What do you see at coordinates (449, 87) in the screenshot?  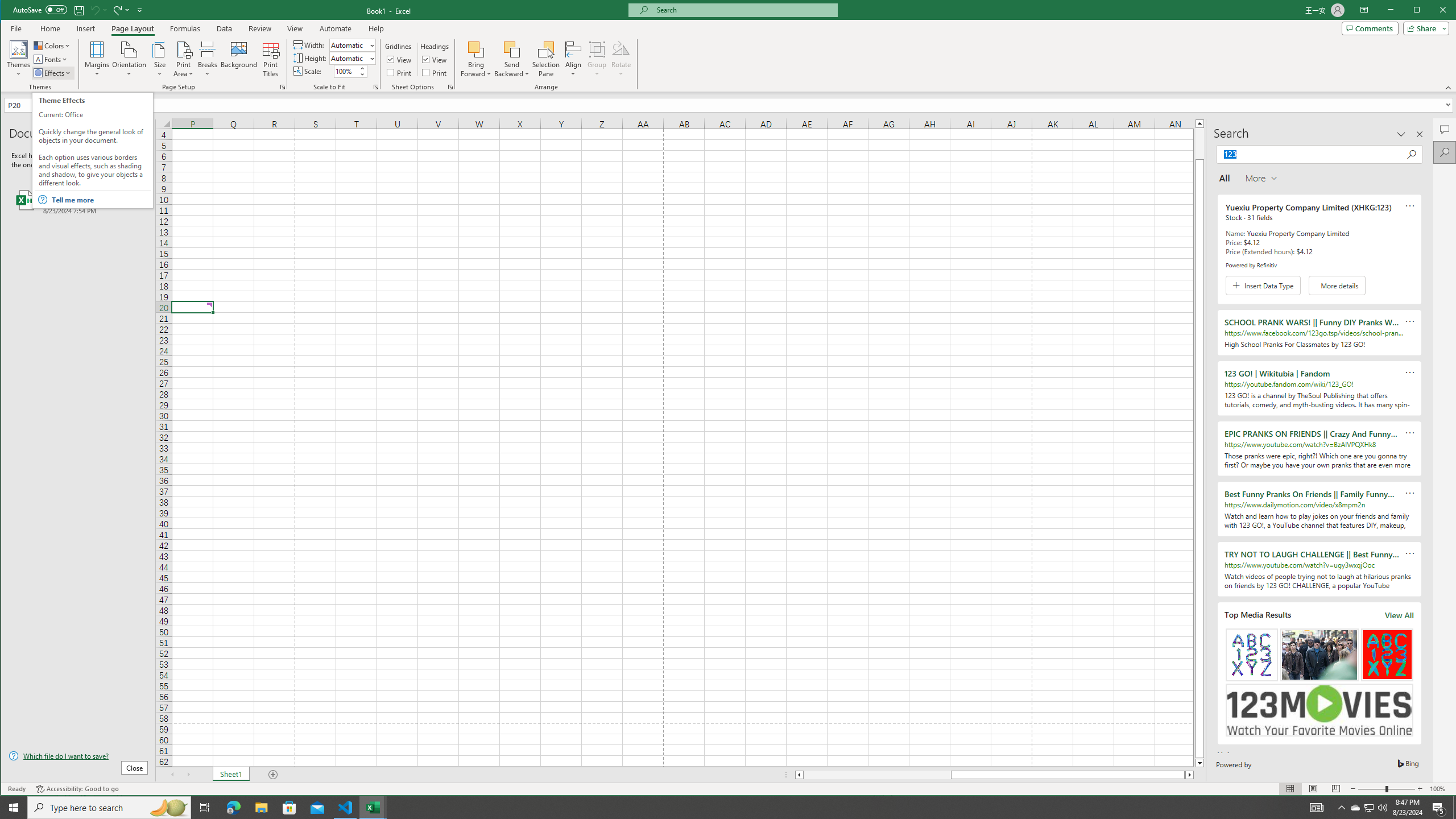 I see `'Sheet Options'` at bounding box center [449, 87].